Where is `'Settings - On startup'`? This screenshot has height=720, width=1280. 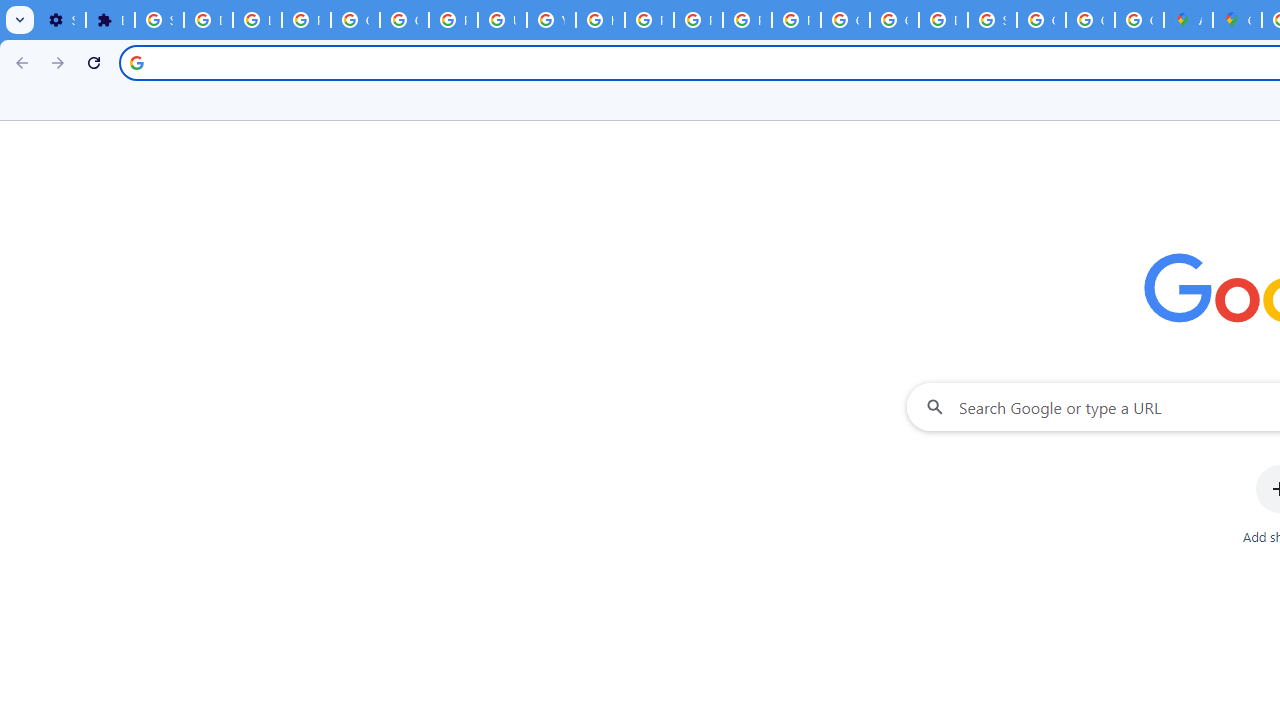 'Settings - On startup' is located at coordinates (61, 20).